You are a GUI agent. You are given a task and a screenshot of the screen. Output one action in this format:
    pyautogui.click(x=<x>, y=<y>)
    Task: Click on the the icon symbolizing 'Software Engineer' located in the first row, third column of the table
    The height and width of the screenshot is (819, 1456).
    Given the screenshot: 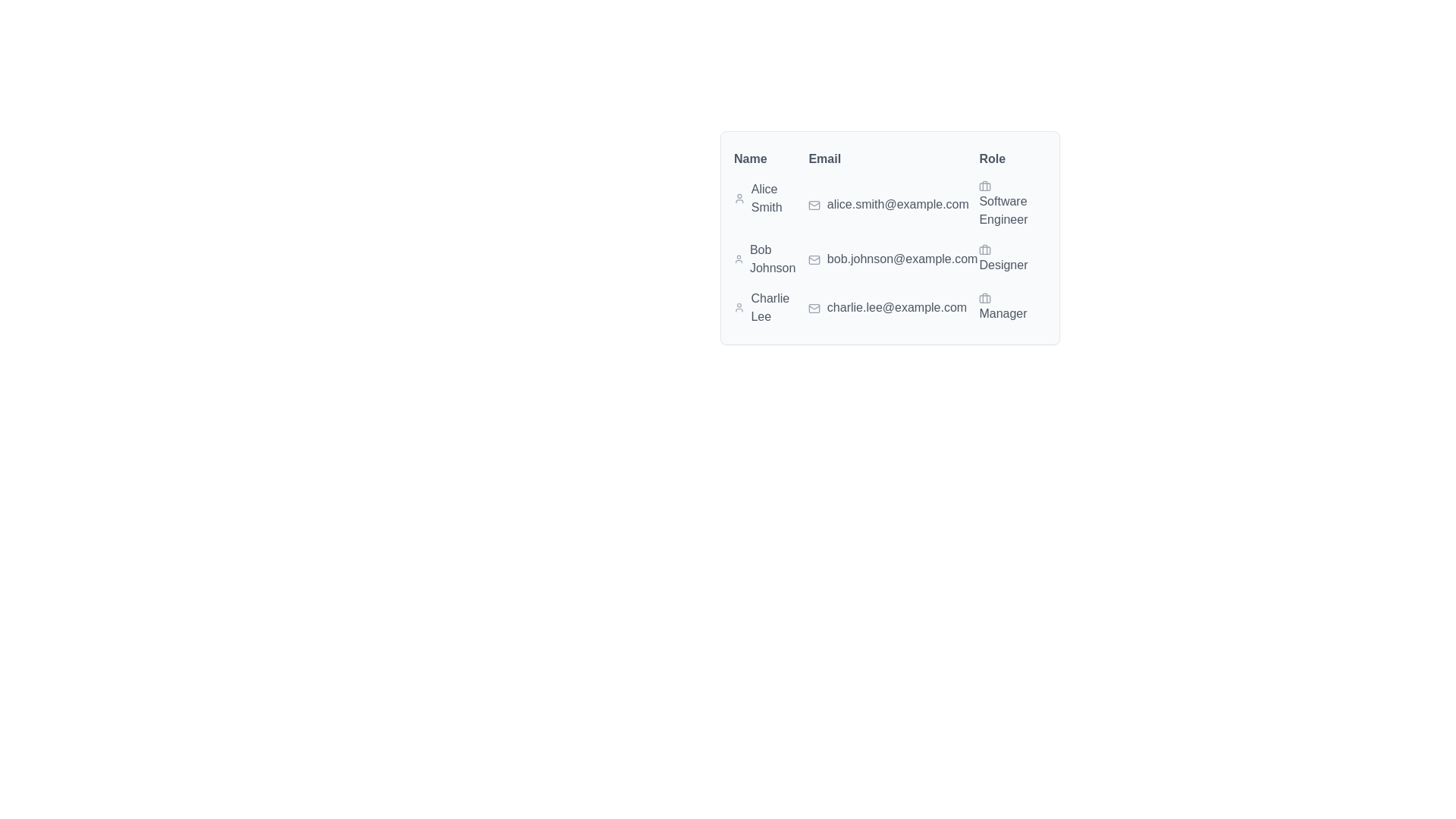 What is the action you would take?
    pyautogui.click(x=985, y=186)
    